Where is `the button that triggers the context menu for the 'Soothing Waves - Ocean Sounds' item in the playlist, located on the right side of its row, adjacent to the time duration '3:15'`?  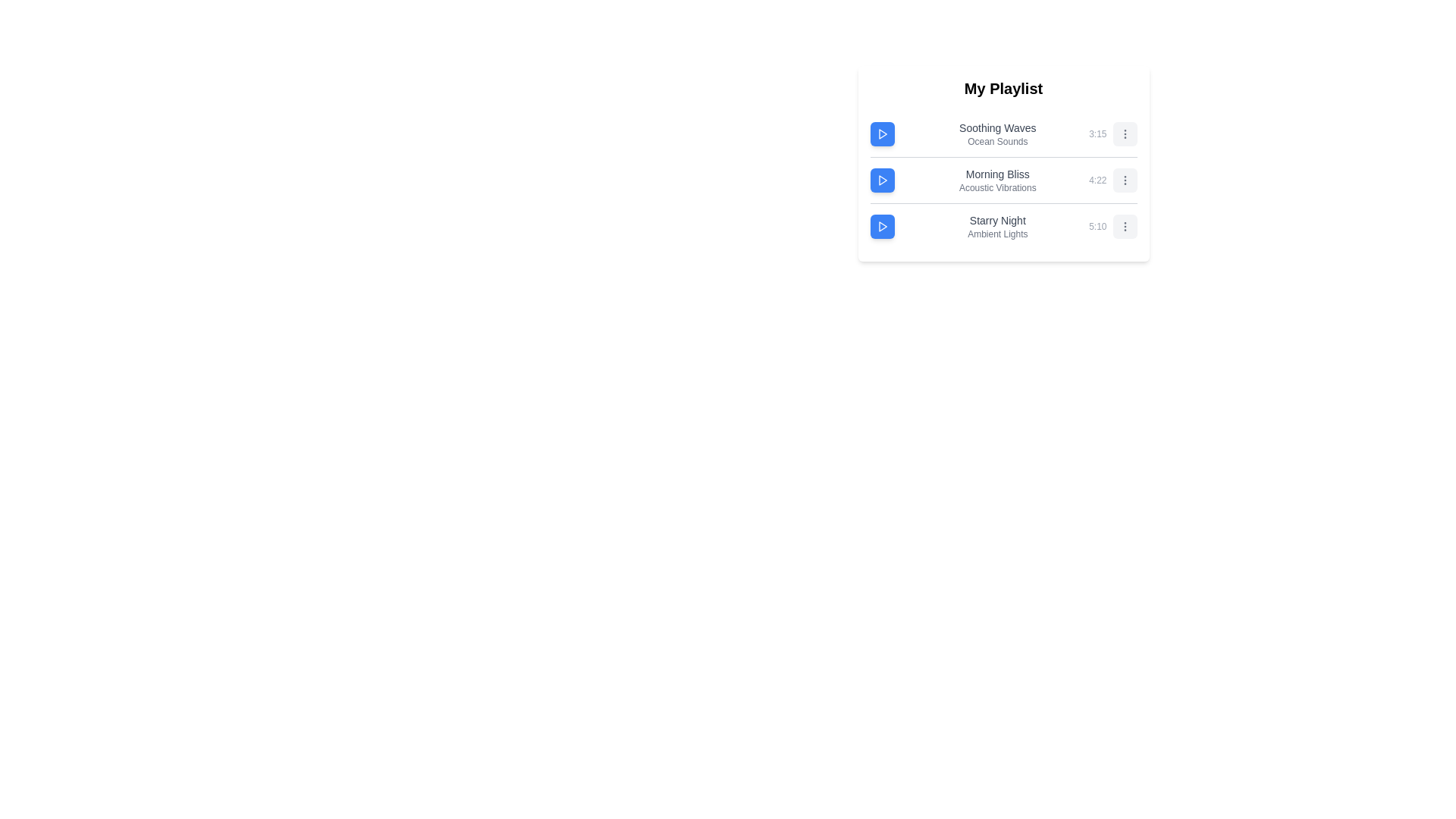
the button that triggers the context menu for the 'Soothing Waves - Ocean Sounds' item in the playlist, located on the right side of its row, adjacent to the time duration '3:15' is located at coordinates (1125, 133).